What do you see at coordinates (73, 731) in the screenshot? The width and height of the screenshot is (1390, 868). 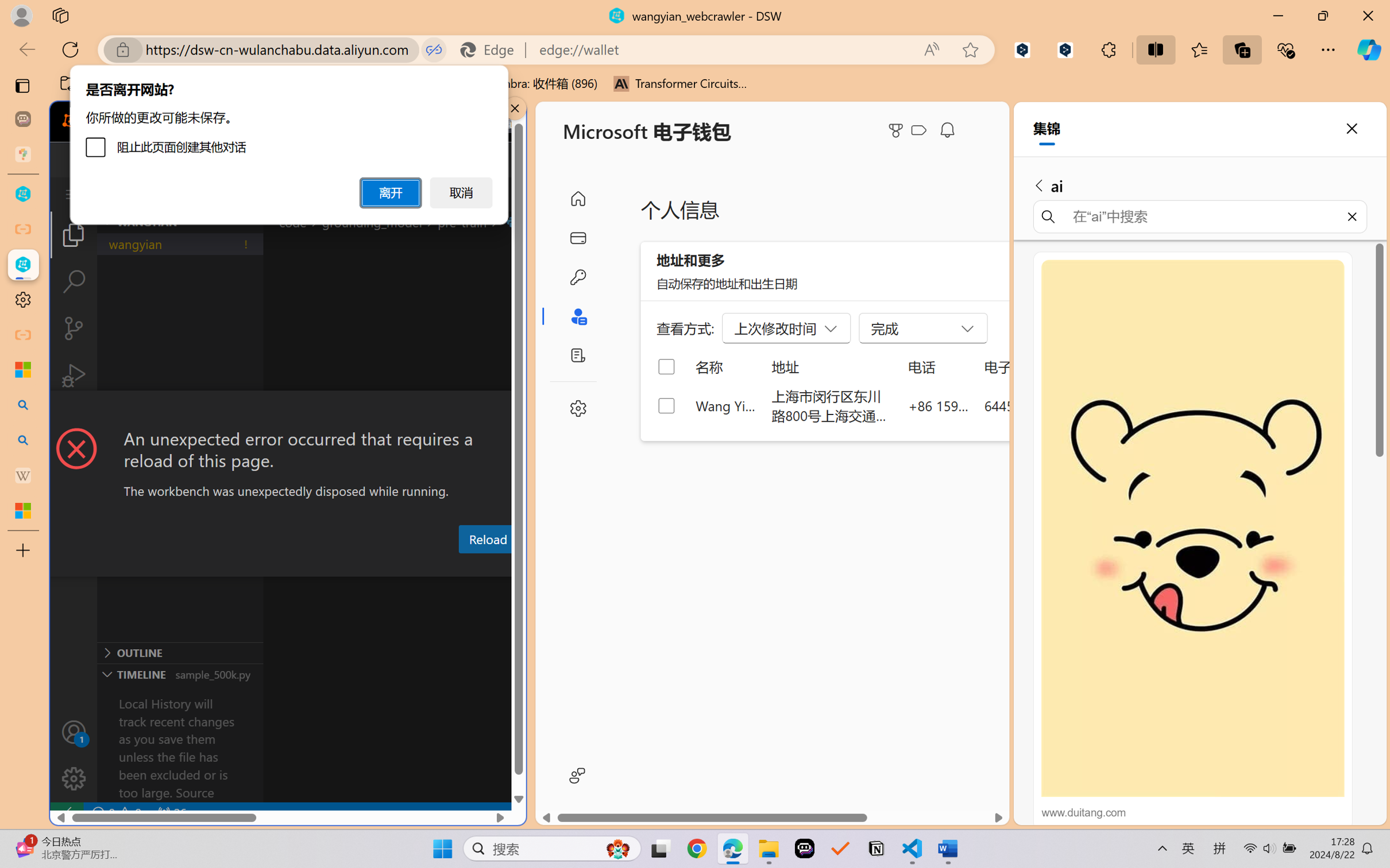 I see `'Accounts - Sign in requested'` at bounding box center [73, 731].